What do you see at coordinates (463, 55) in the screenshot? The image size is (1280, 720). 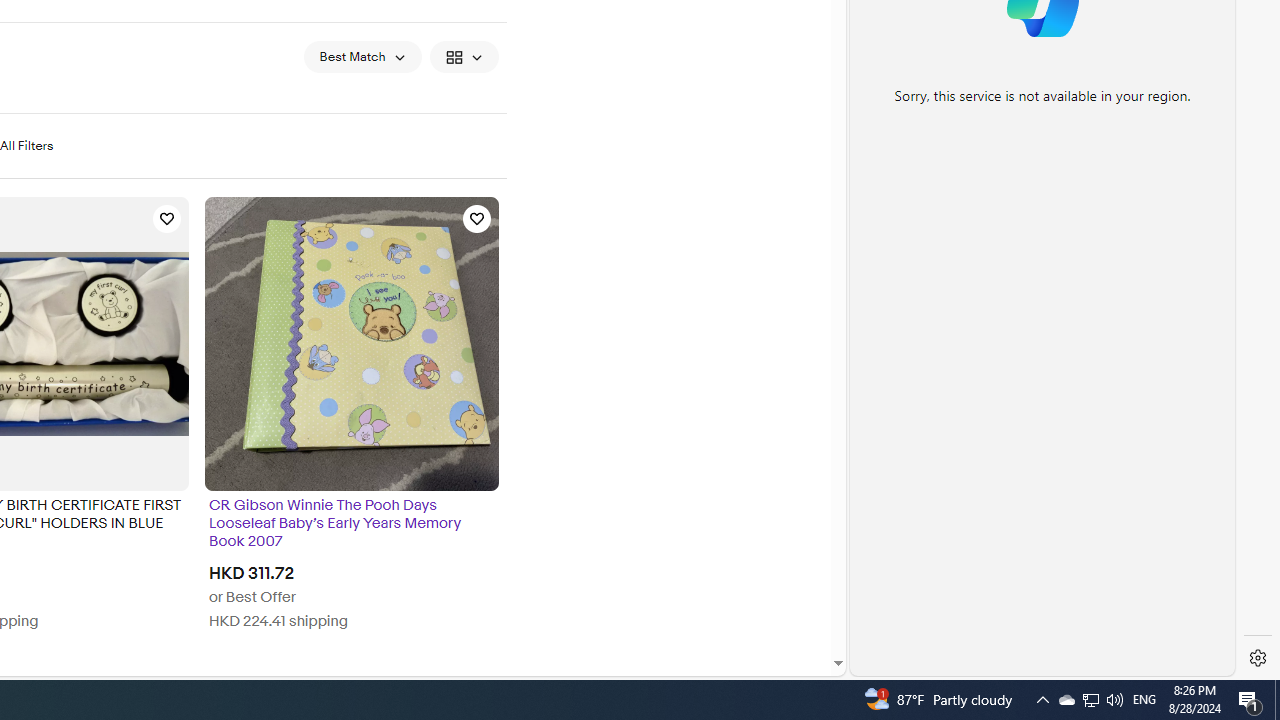 I see `'View: Gallery View'` at bounding box center [463, 55].